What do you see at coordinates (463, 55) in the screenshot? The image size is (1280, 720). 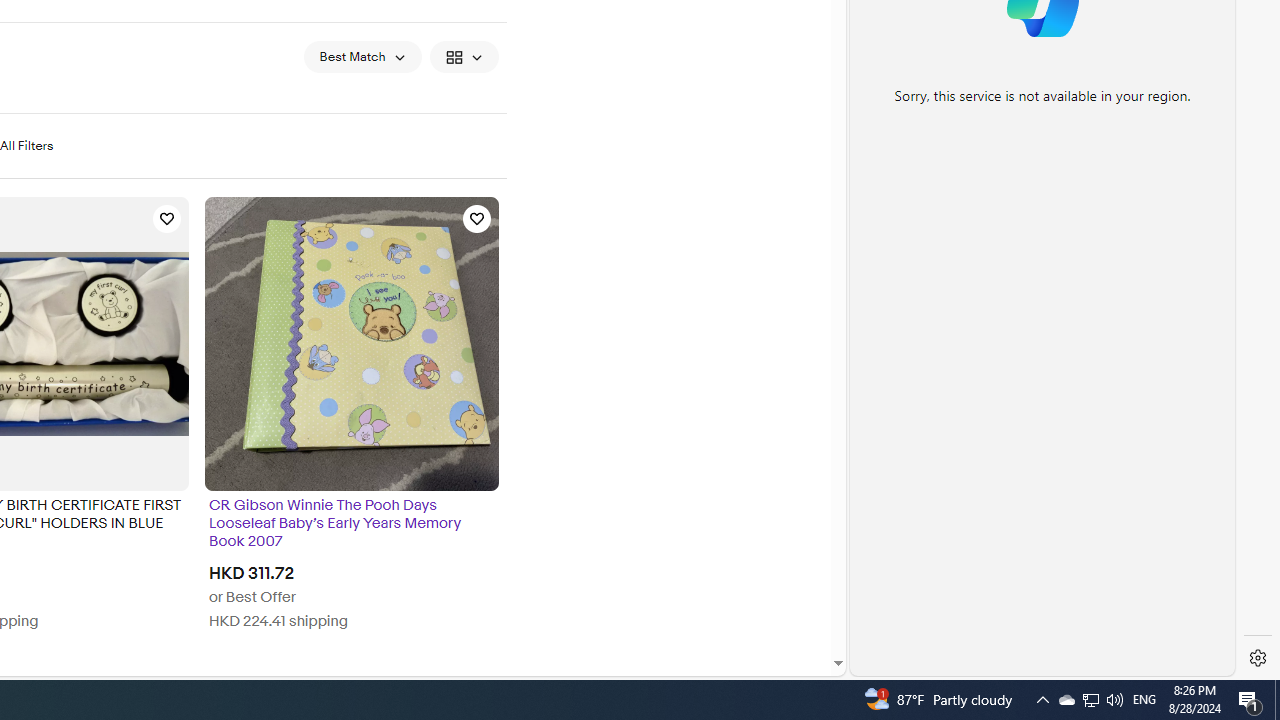 I see `'View: Gallery View'` at bounding box center [463, 55].